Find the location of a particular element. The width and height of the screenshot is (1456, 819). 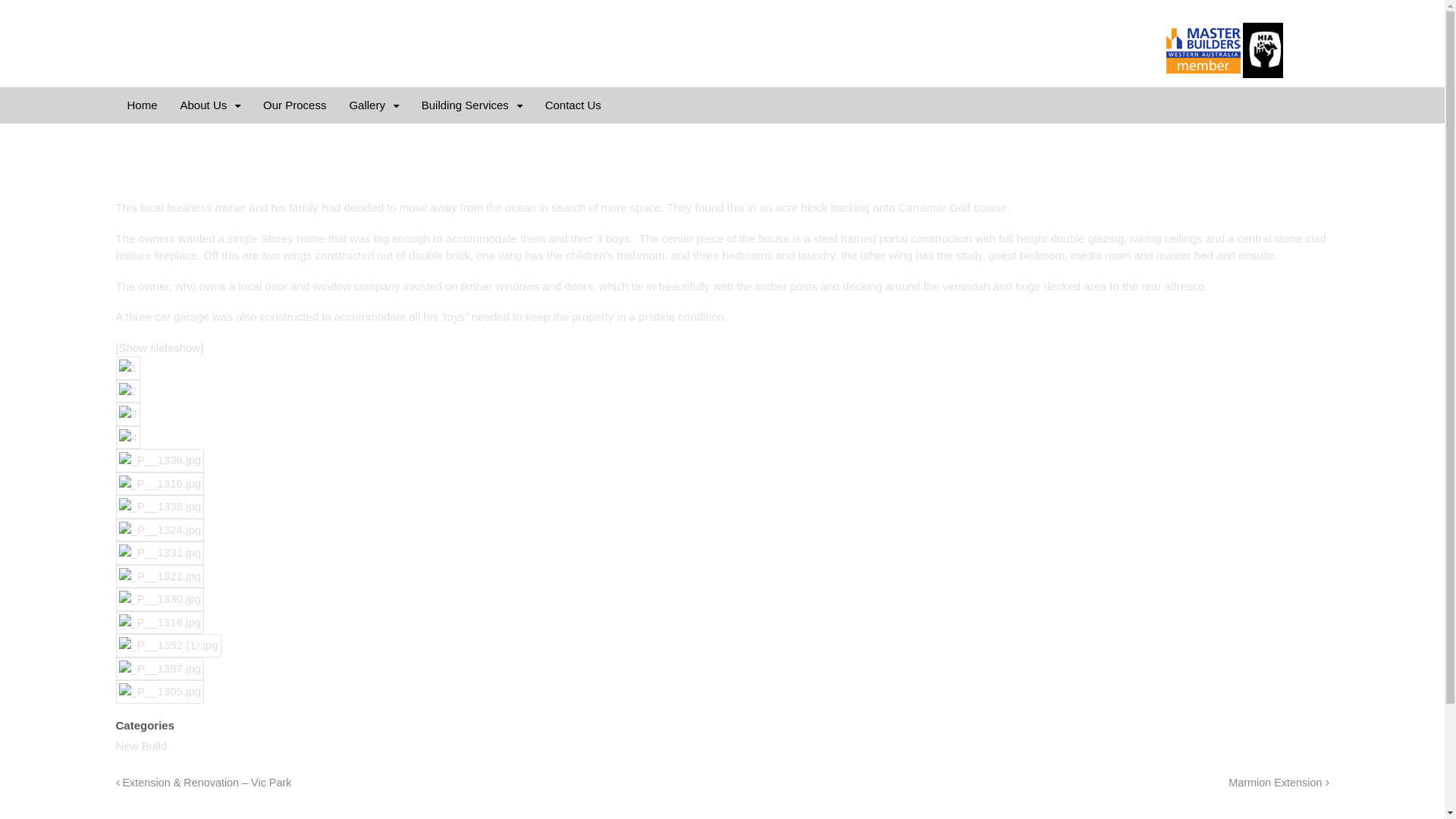

'_P__1318.jpg' is located at coordinates (115, 623).